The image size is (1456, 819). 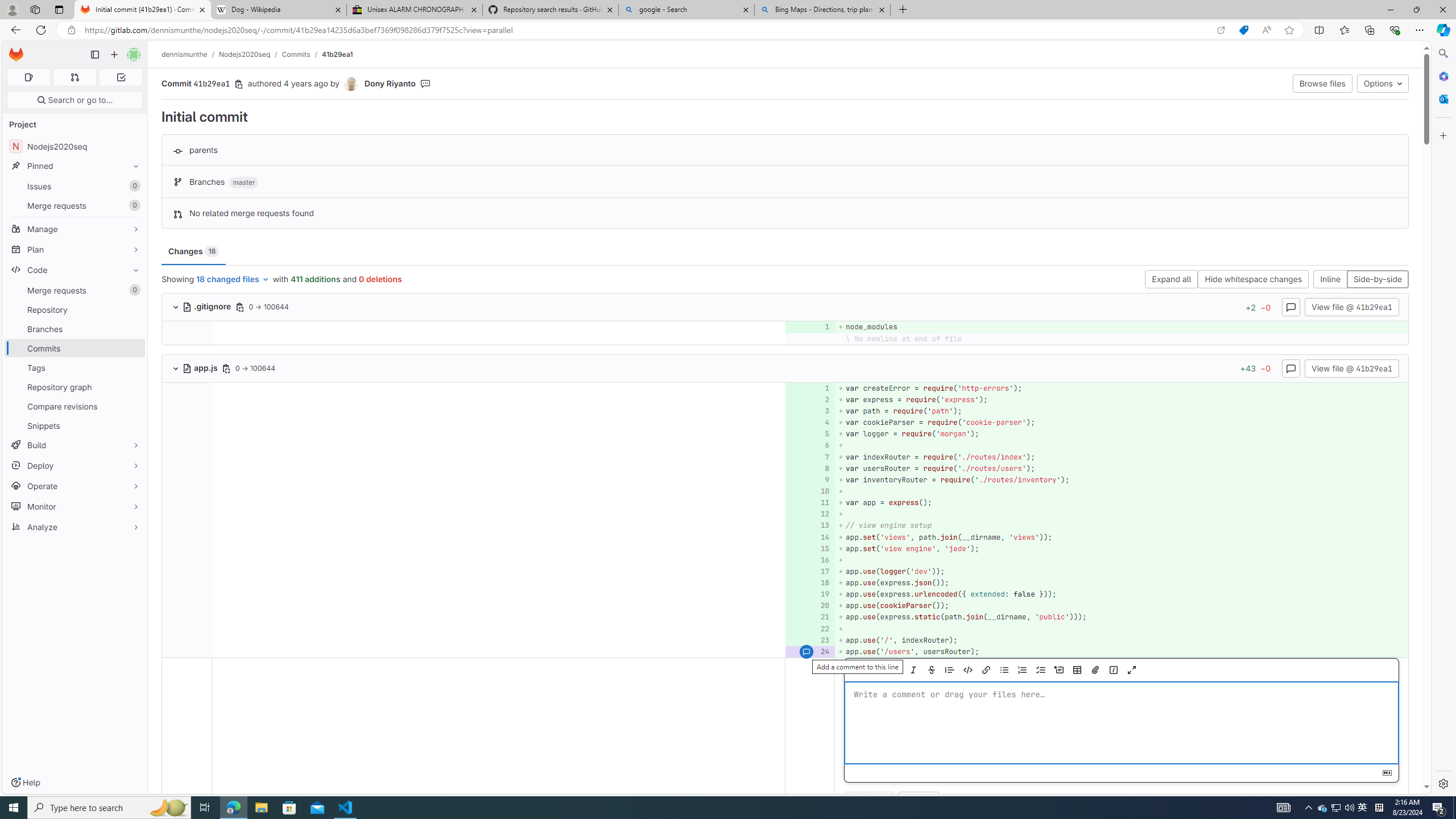 I want to click on 'Add a comment to this line 12', so click(x=809, y=514).